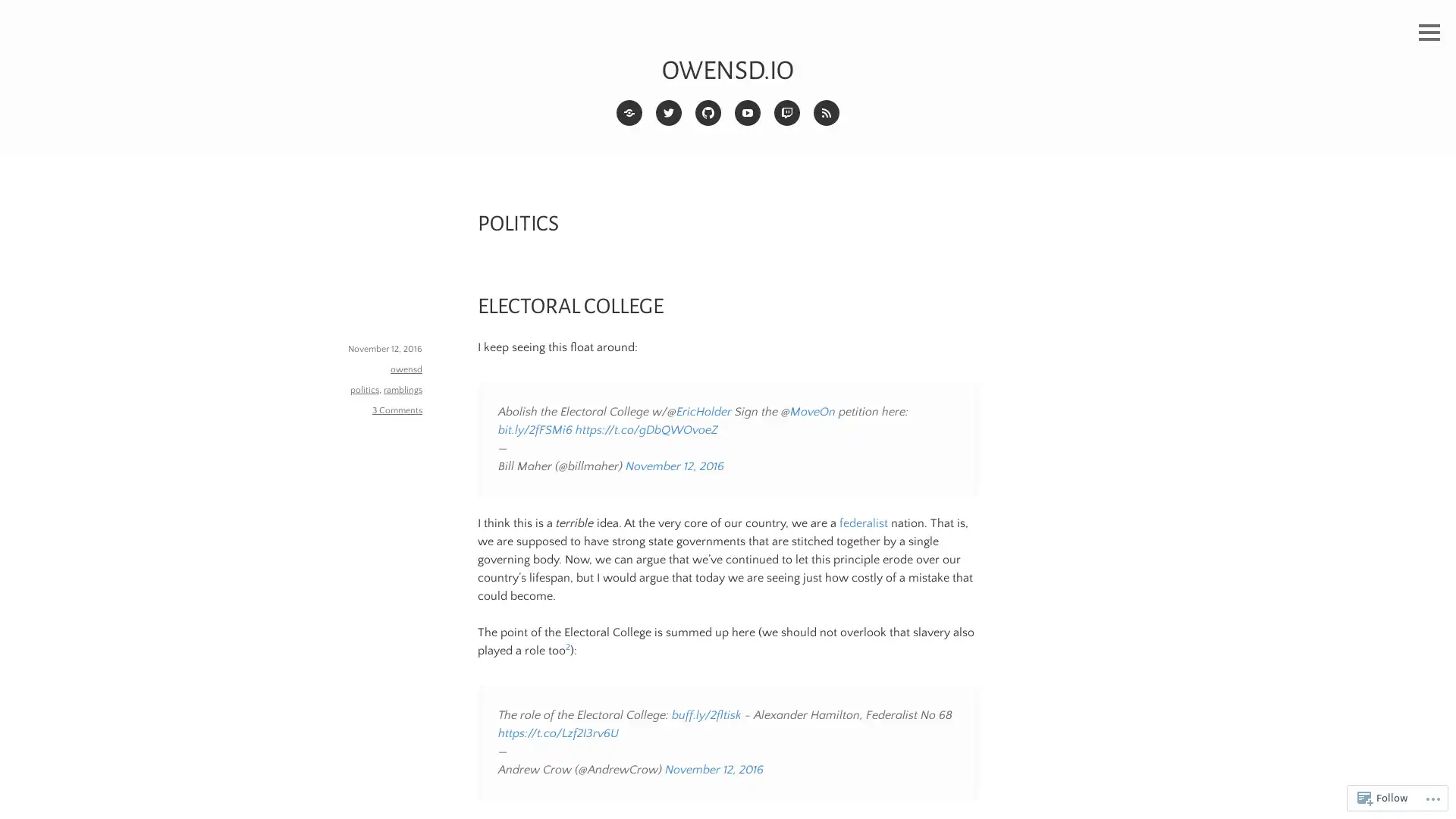  What do you see at coordinates (1429, 33) in the screenshot?
I see `Sidebar` at bounding box center [1429, 33].